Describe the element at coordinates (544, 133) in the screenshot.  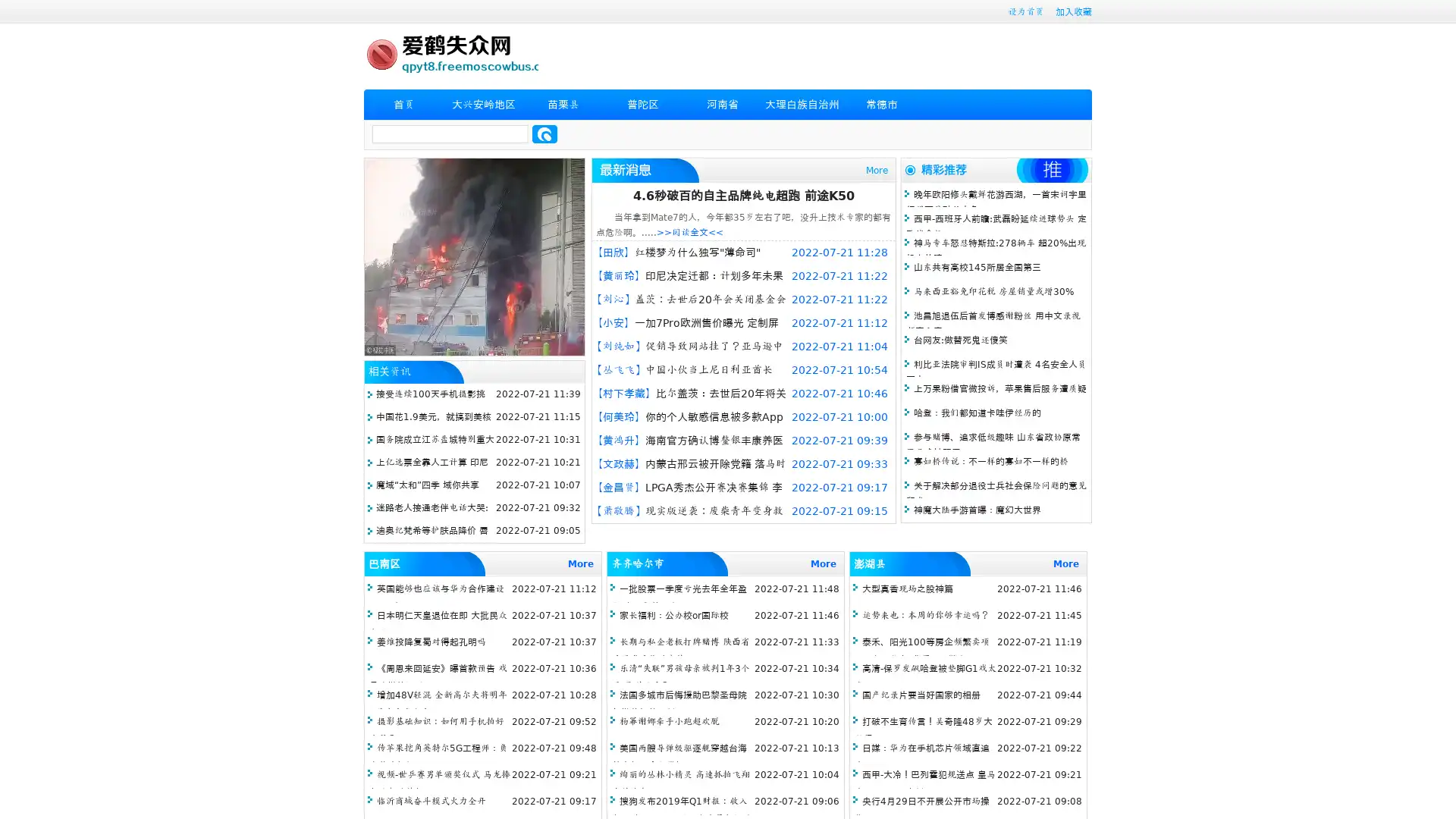
I see `Search` at that location.